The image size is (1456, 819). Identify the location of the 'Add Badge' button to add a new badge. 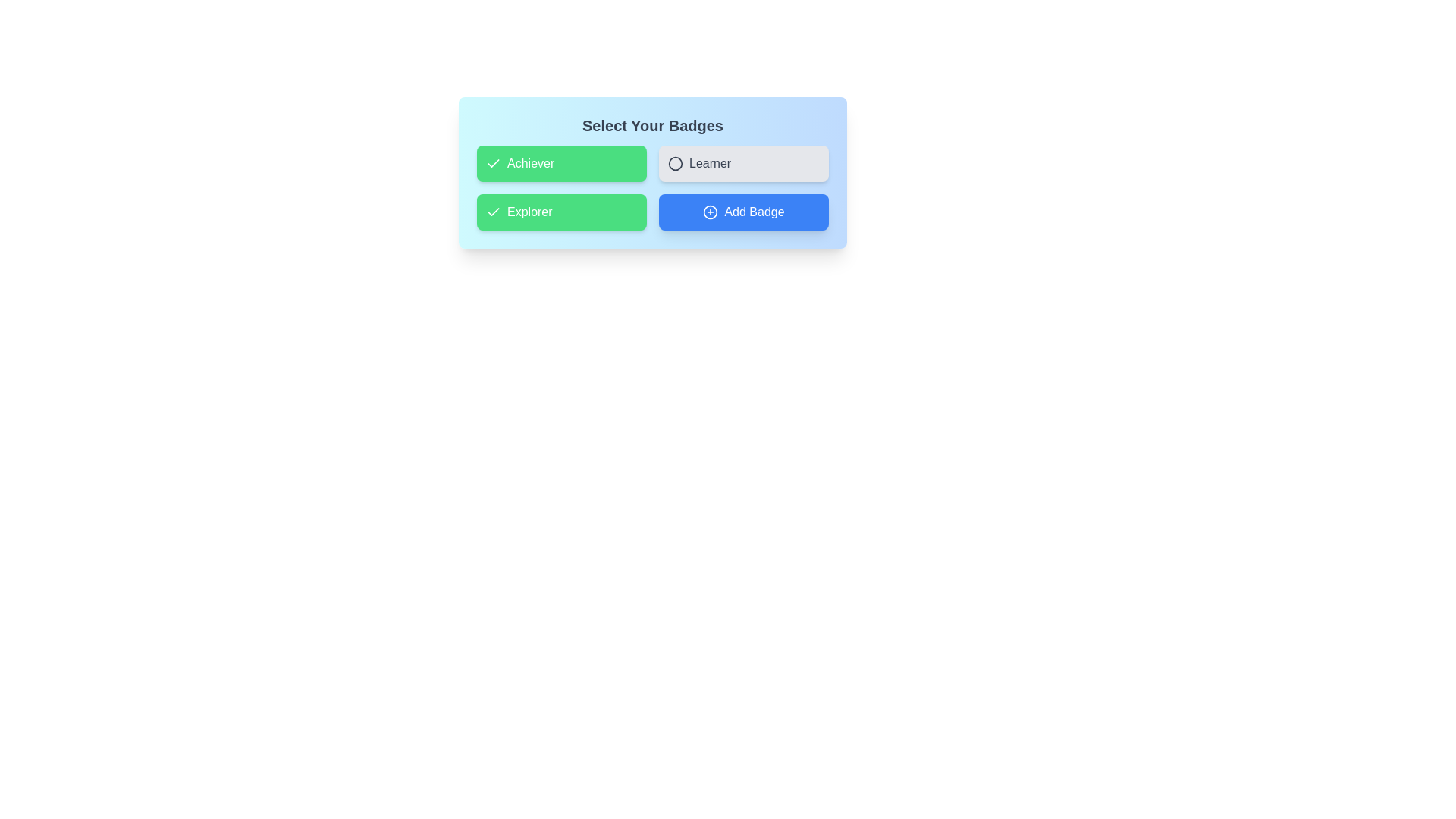
(743, 212).